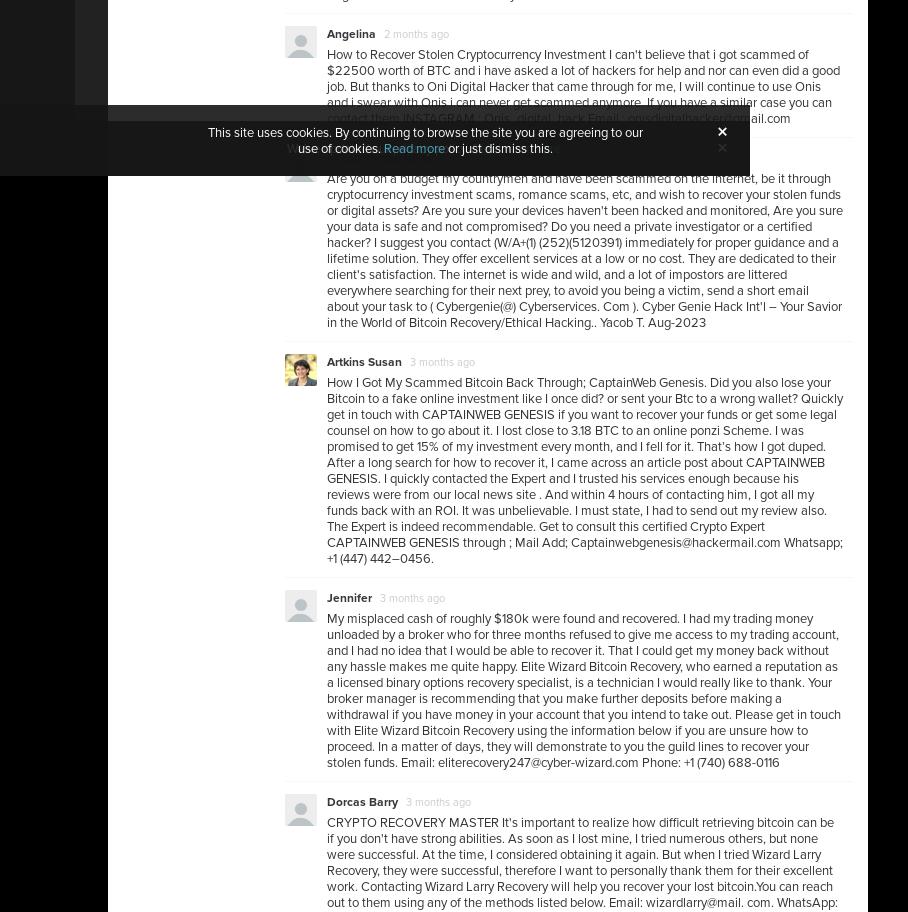 Image resolution: width=908 pixels, height=912 pixels. I want to click on 'Angelina', so click(351, 34).